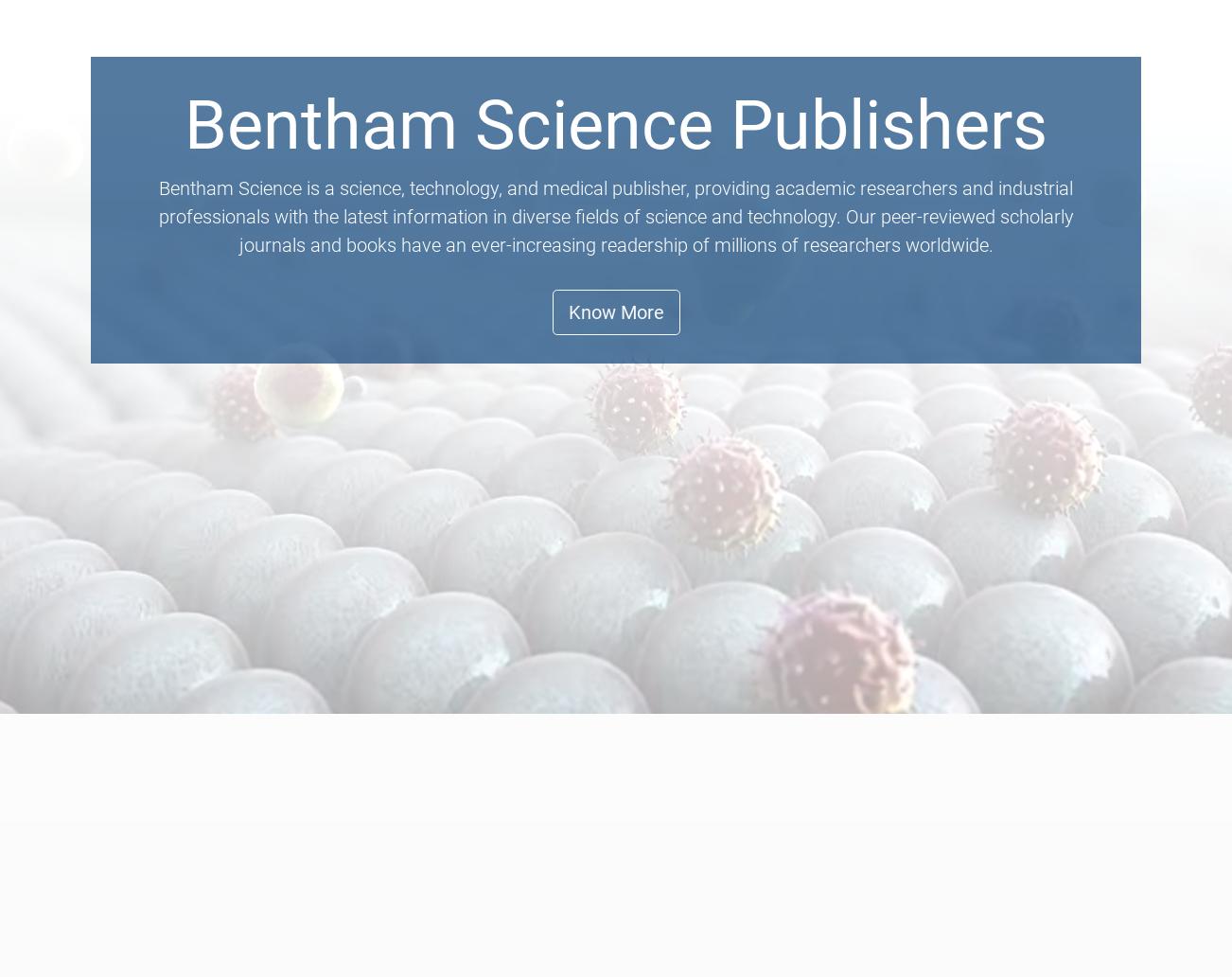  What do you see at coordinates (1120, 41) in the screenshot?
I see `'0'` at bounding box center [1120, 41].